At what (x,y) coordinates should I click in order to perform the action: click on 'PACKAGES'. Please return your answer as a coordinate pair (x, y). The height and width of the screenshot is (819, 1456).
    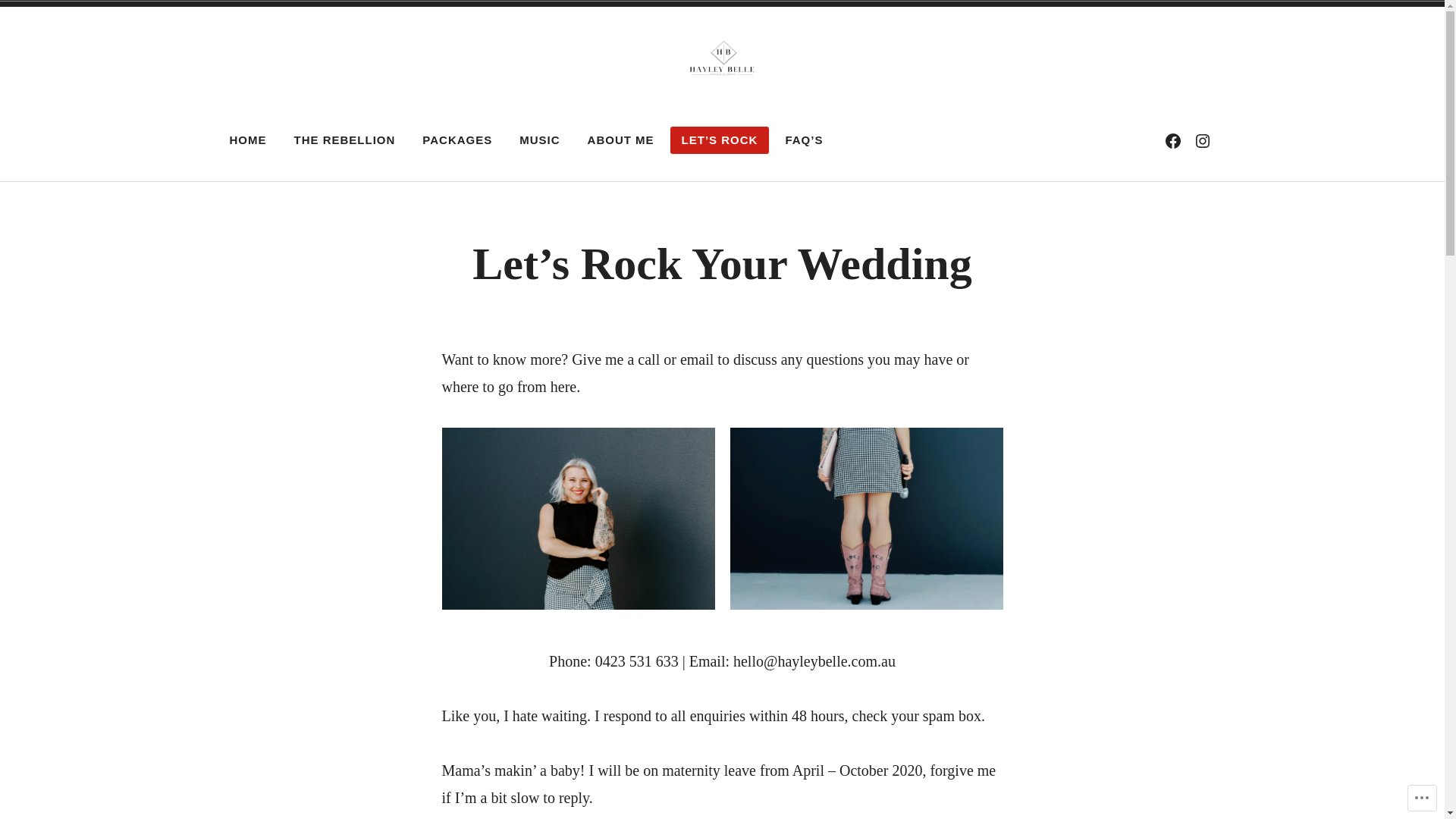
    Looking at the image, I should click on (457, 140).